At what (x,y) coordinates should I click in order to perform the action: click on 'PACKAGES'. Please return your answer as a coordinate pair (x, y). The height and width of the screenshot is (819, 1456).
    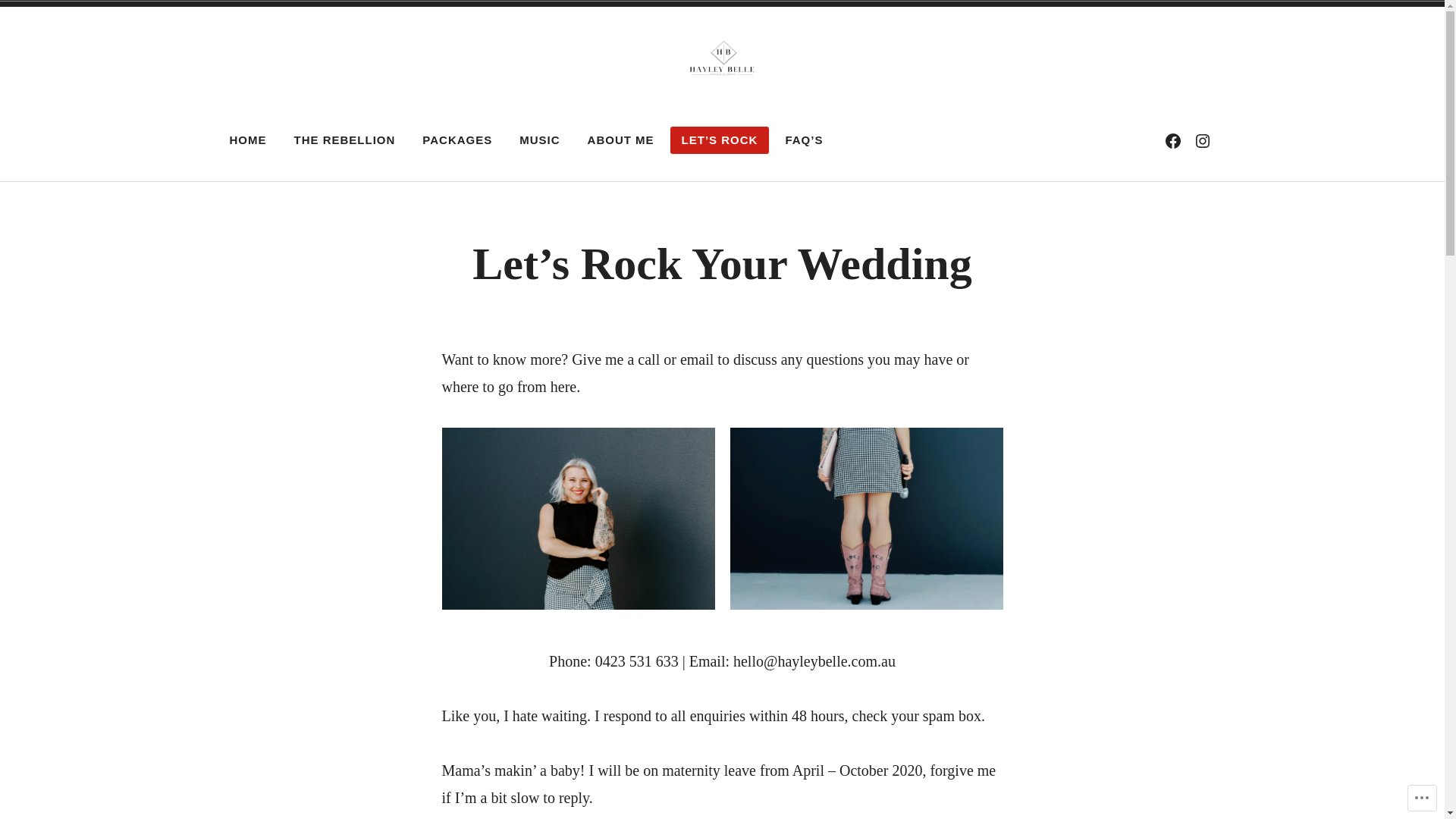
    Looking at the image, I should click on (457, 140).